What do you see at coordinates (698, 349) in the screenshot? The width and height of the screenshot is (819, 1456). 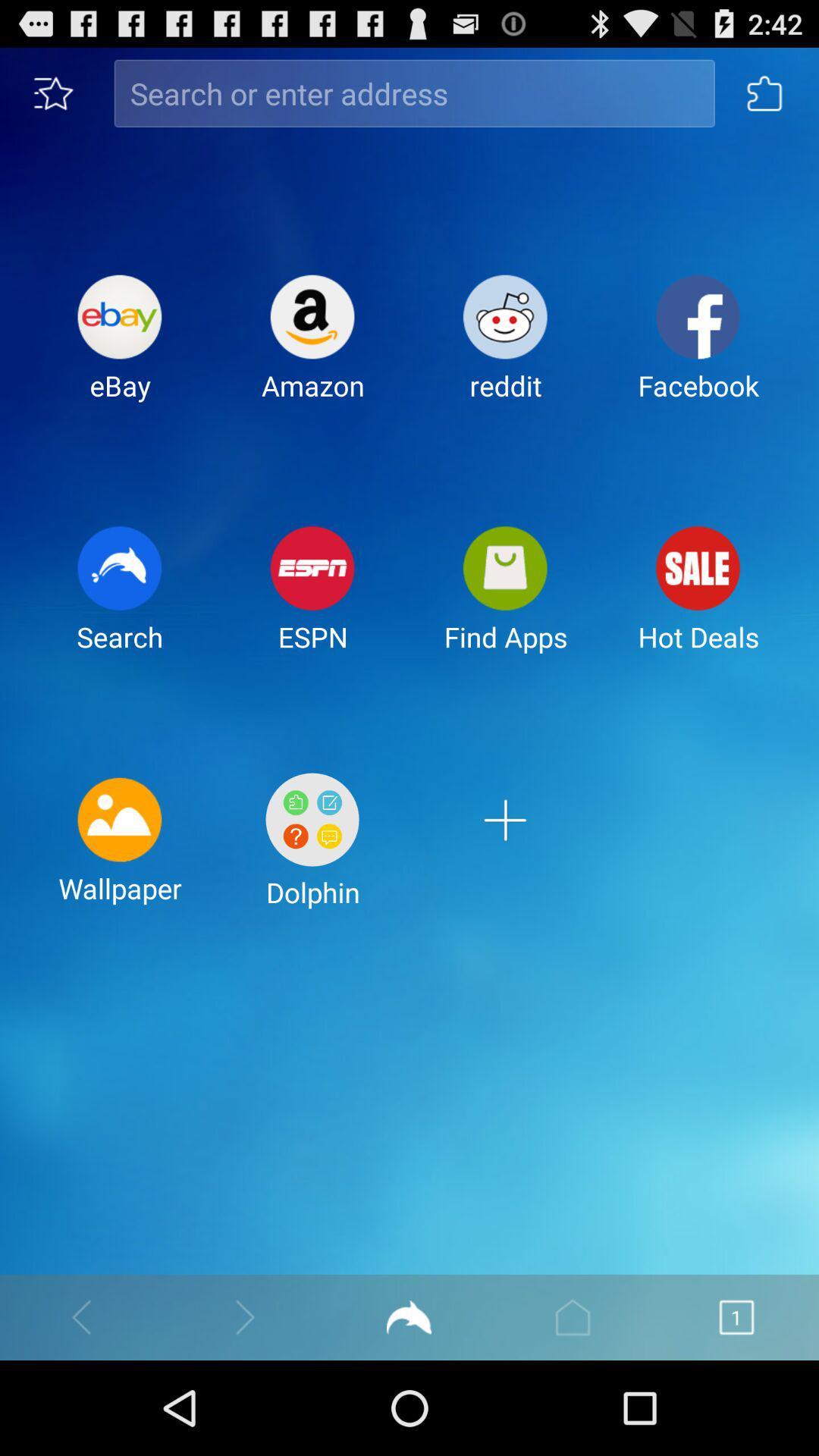 I see `icon next to reddit item` at bounding box center [698, 349].